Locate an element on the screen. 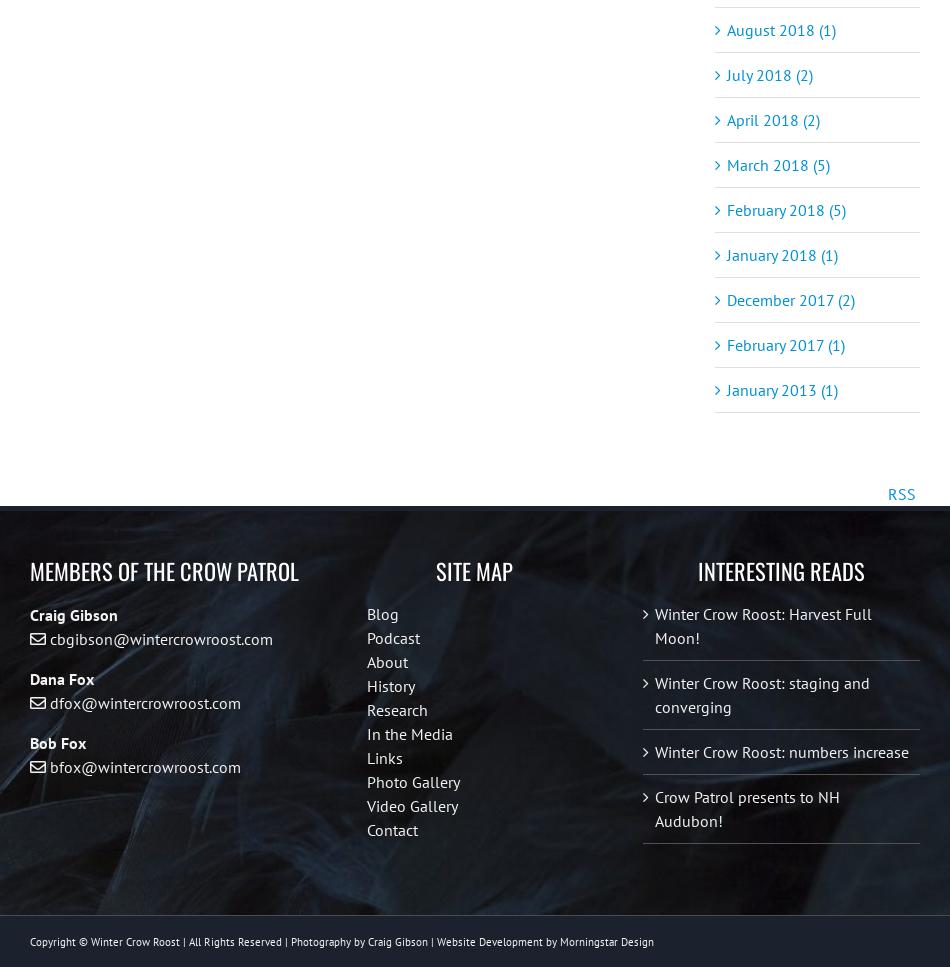  'January 2018 (1)' is located at coordinates (781, 254).